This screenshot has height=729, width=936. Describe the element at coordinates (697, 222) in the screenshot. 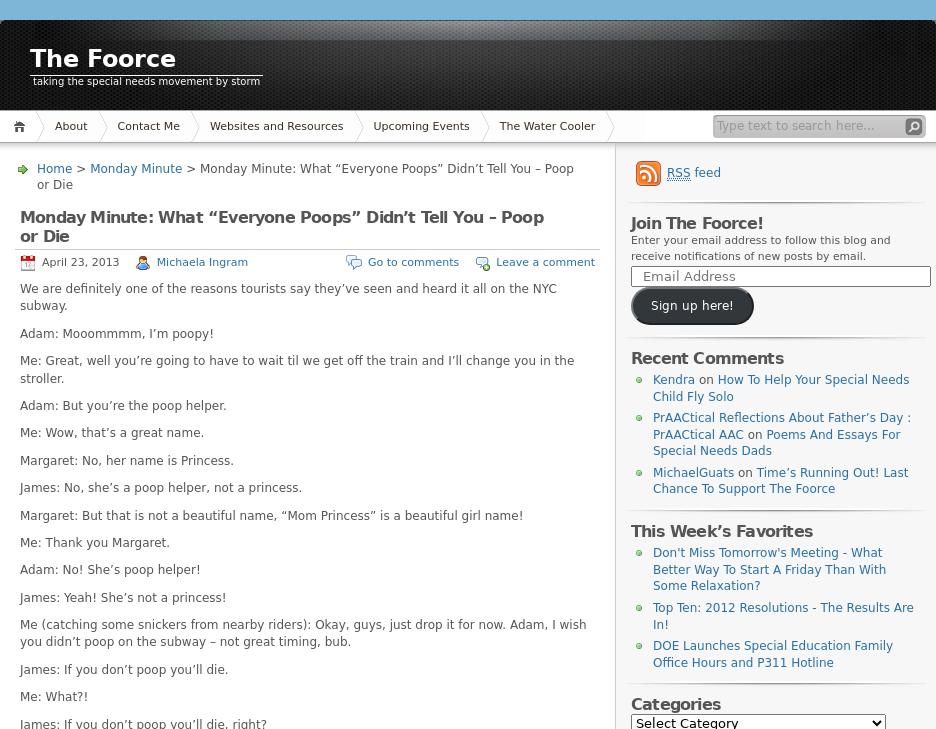

I see `'Join The Foorce!'` at that location.